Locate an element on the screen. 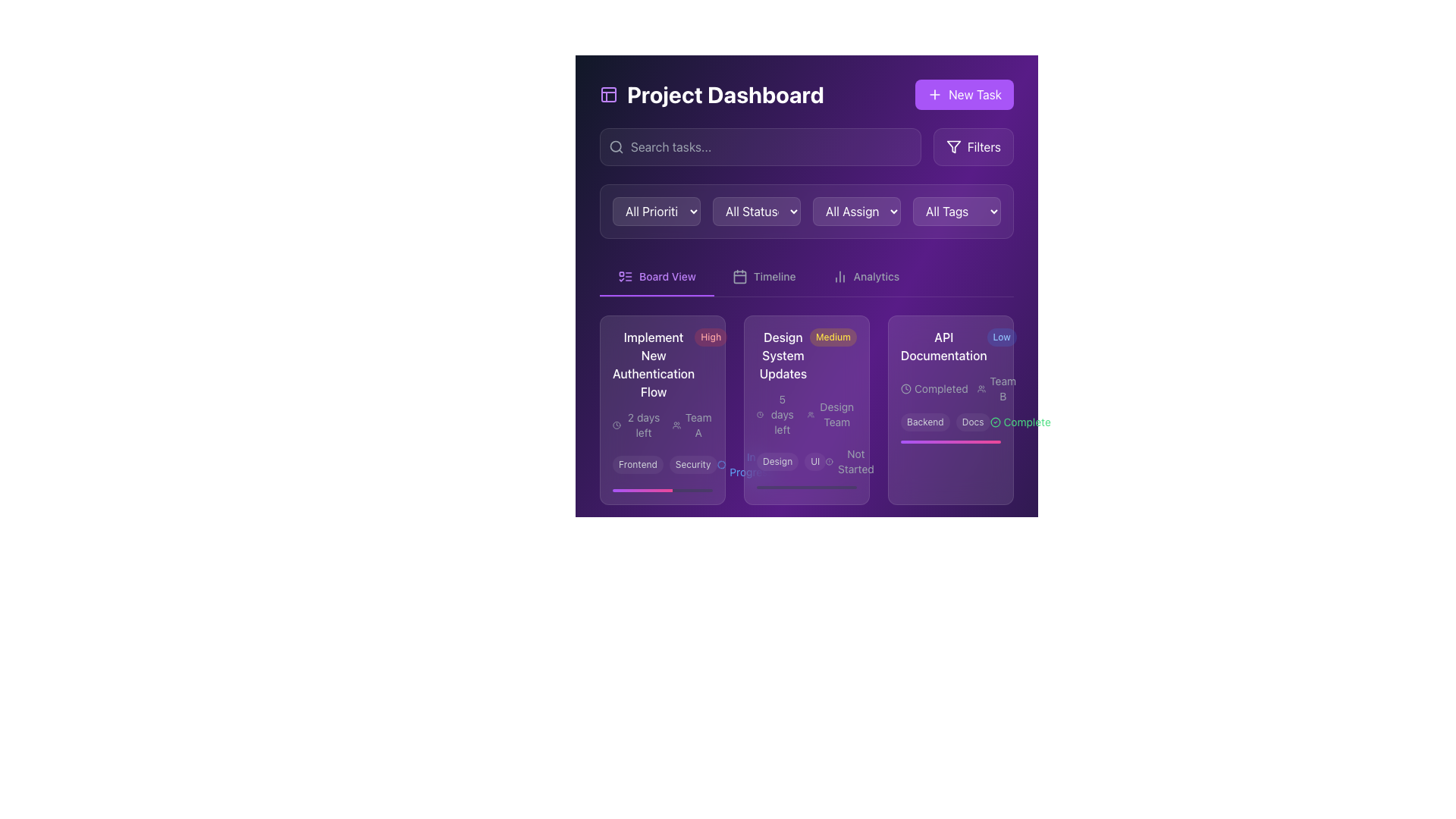  the Tag group composed of the labels 'Backend' and 'DevOps' within the card section labeled 'API Documentation' is located at coordinates (950, 651).